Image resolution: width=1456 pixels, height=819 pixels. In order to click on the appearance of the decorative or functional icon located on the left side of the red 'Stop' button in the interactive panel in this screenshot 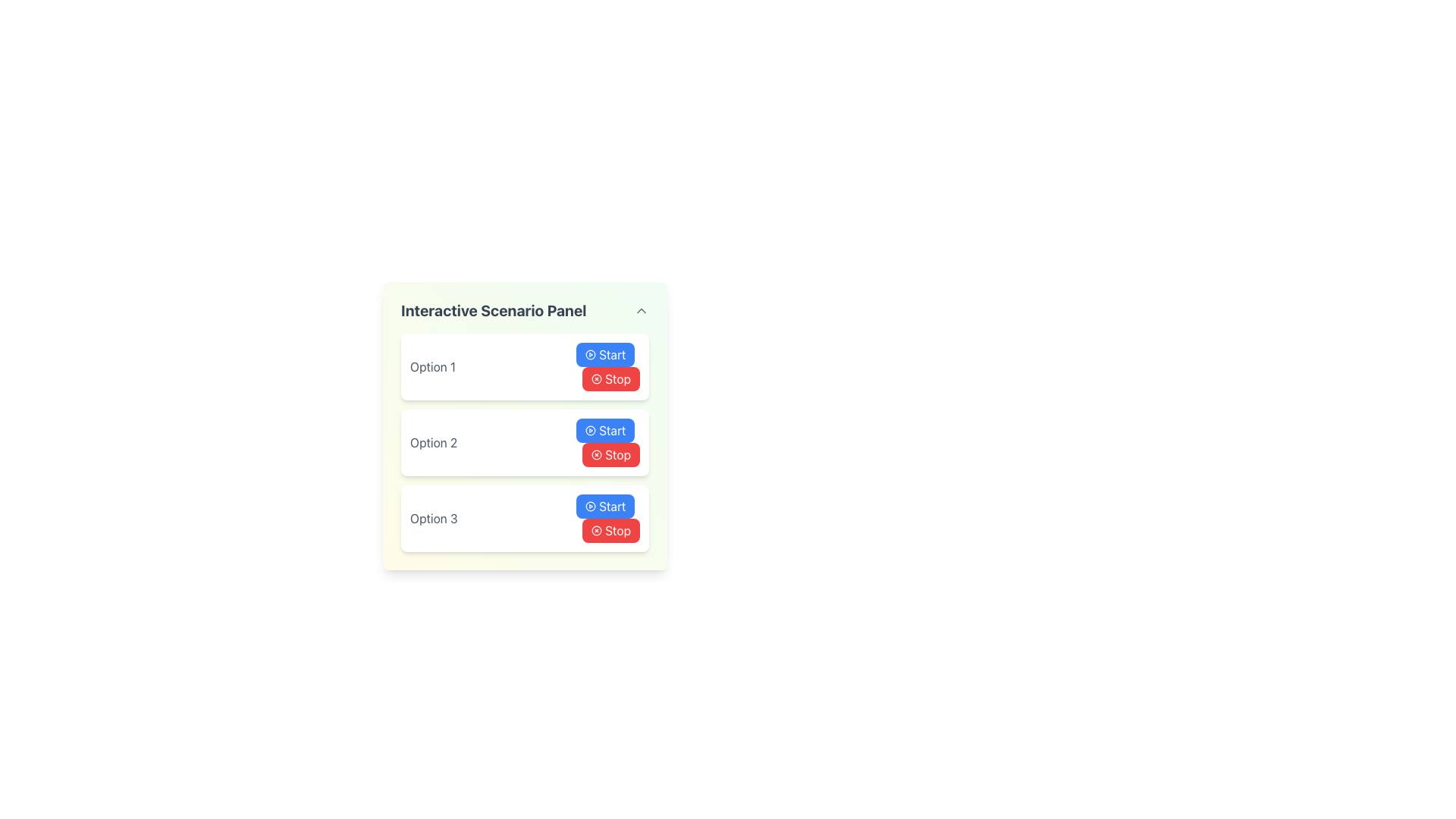, I will do `click(596, 454)`.